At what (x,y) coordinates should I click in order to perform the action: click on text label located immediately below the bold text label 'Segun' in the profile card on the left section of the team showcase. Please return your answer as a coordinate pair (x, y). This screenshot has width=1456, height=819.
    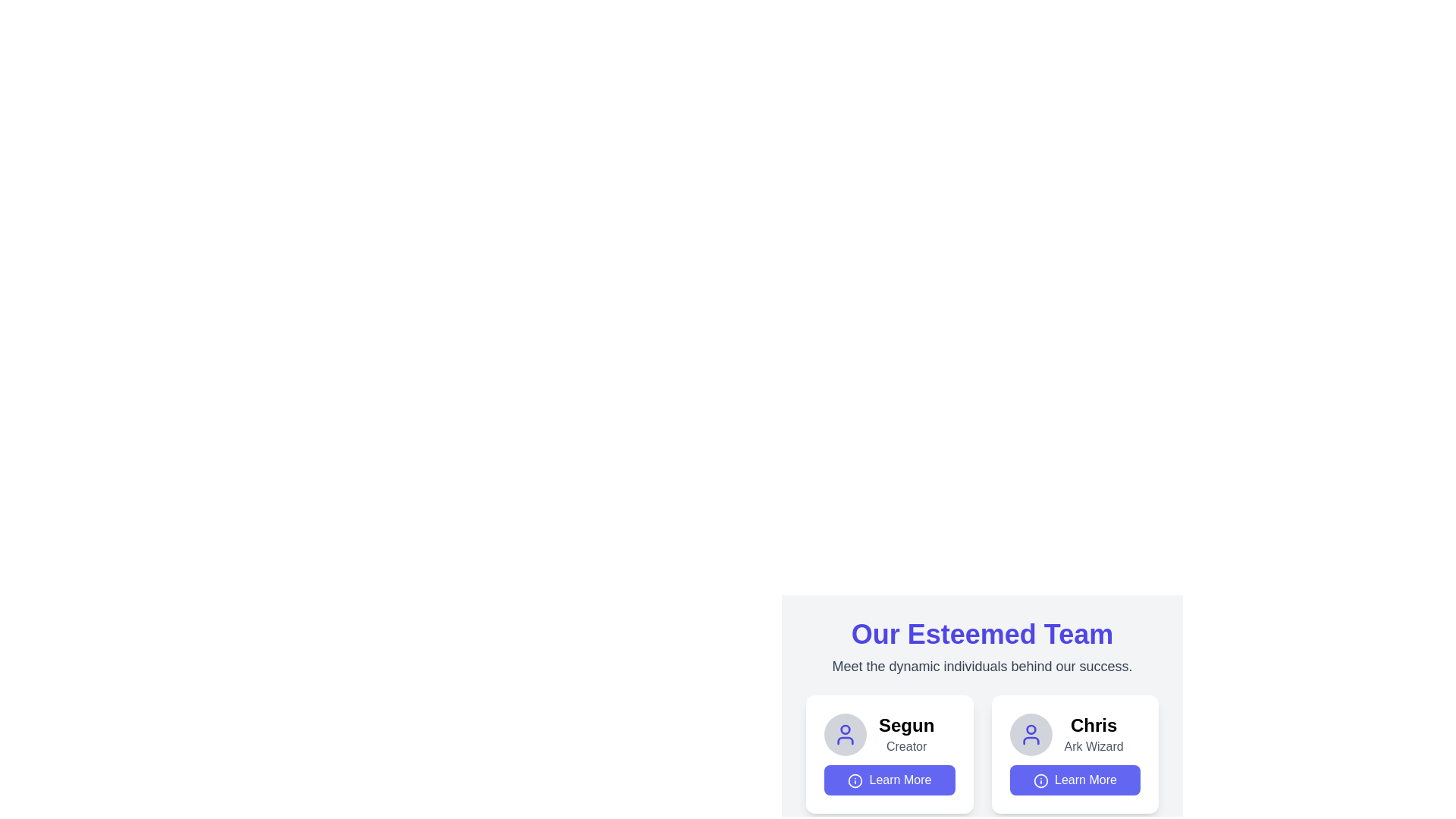
    Looking at the image, I should click on (906, 745).